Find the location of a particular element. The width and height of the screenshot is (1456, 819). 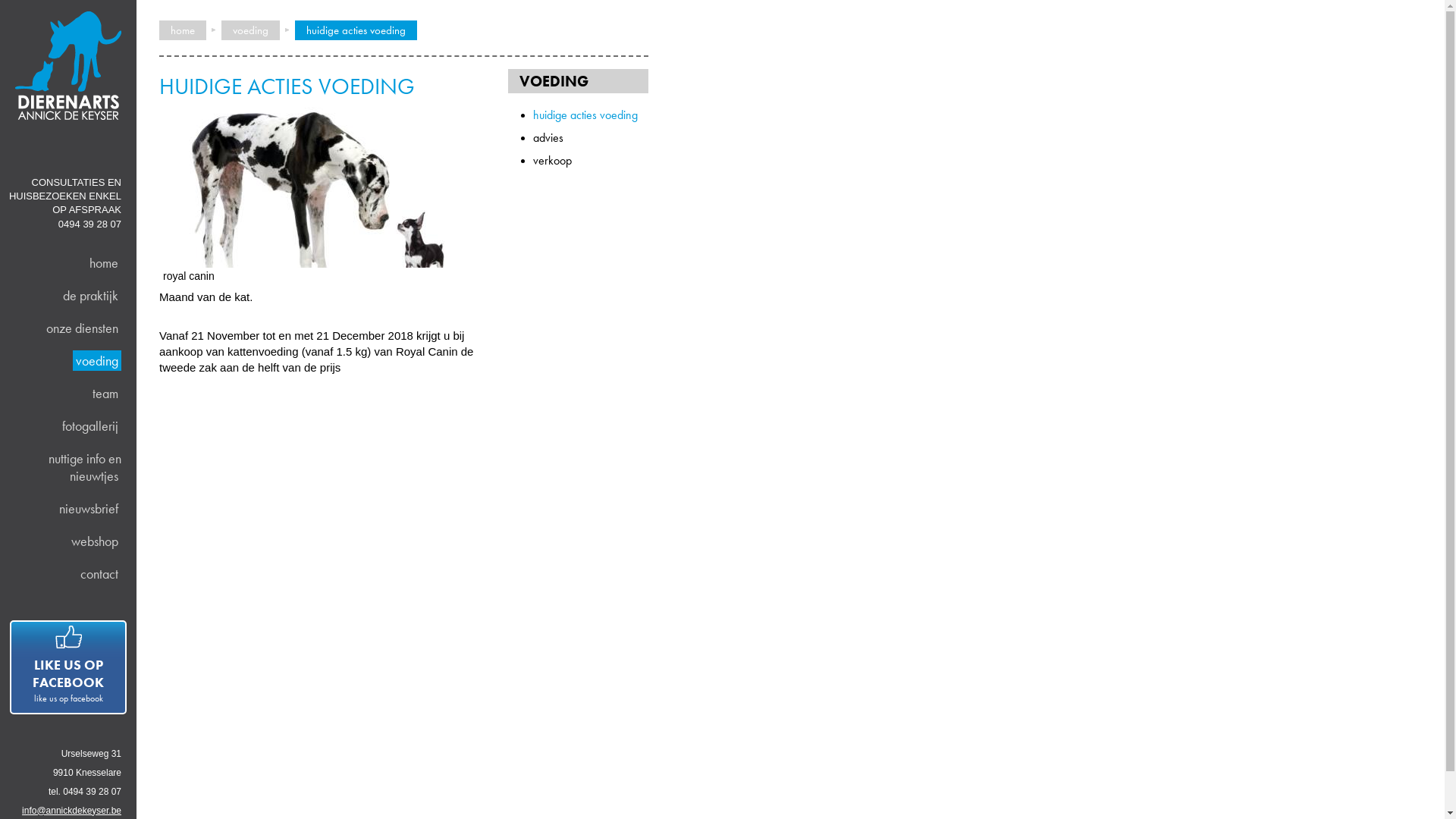

'verkoop' is located at coordinates (551, 160).